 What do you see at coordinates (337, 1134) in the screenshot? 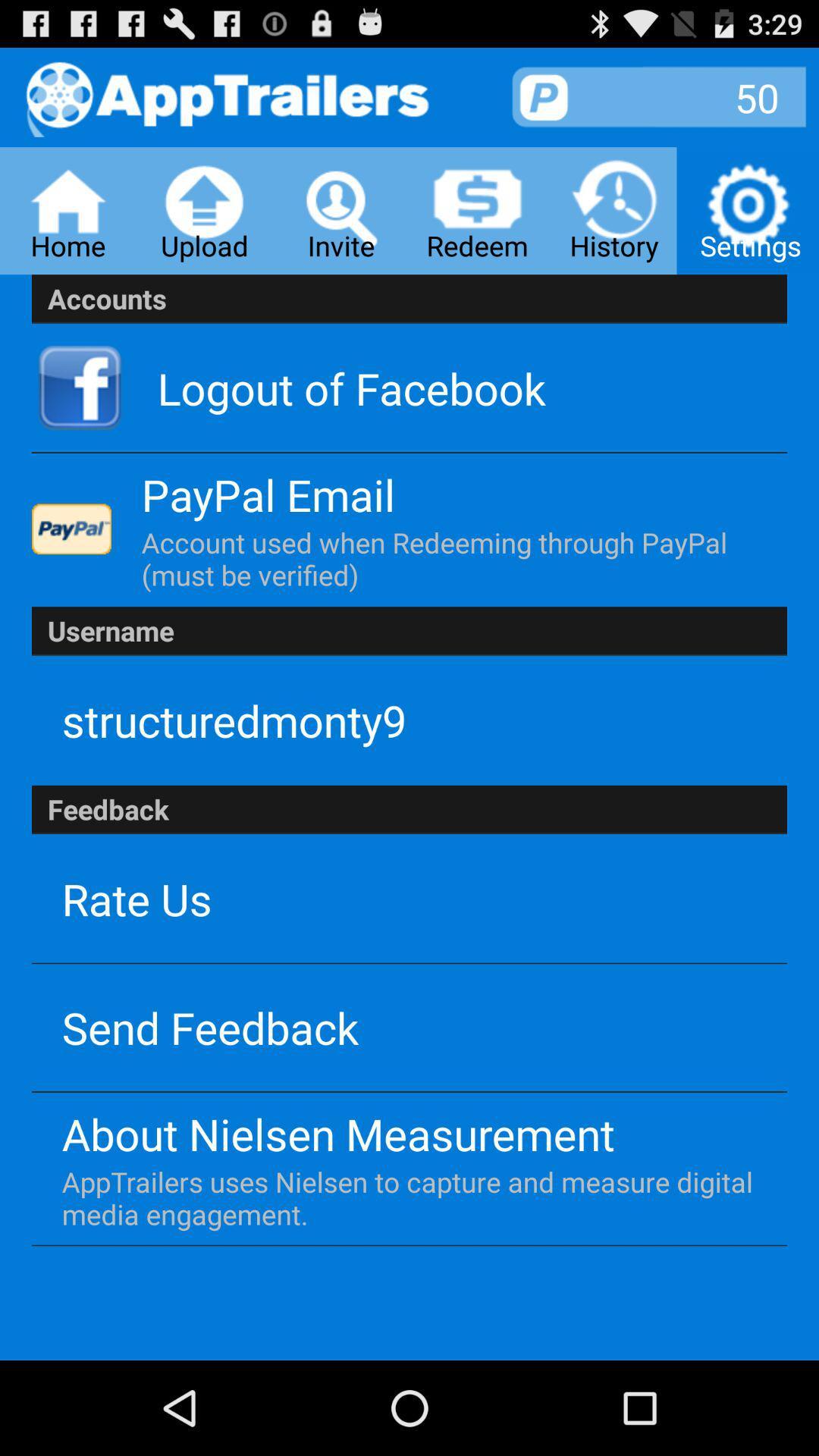
I see `about nielsen measurement icon` at bounding box center [337, 1134].